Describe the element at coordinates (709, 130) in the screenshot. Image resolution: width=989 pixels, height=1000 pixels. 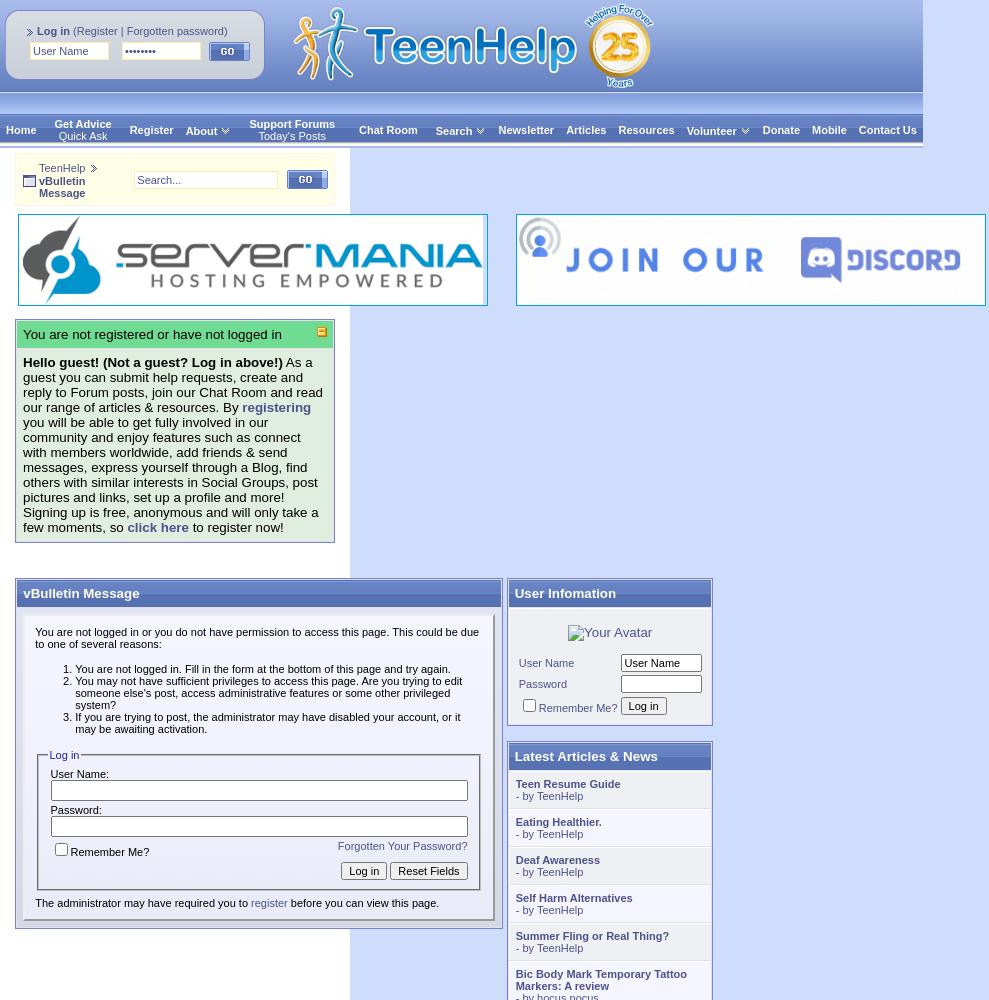
I see `'Volunteer'` at that location.